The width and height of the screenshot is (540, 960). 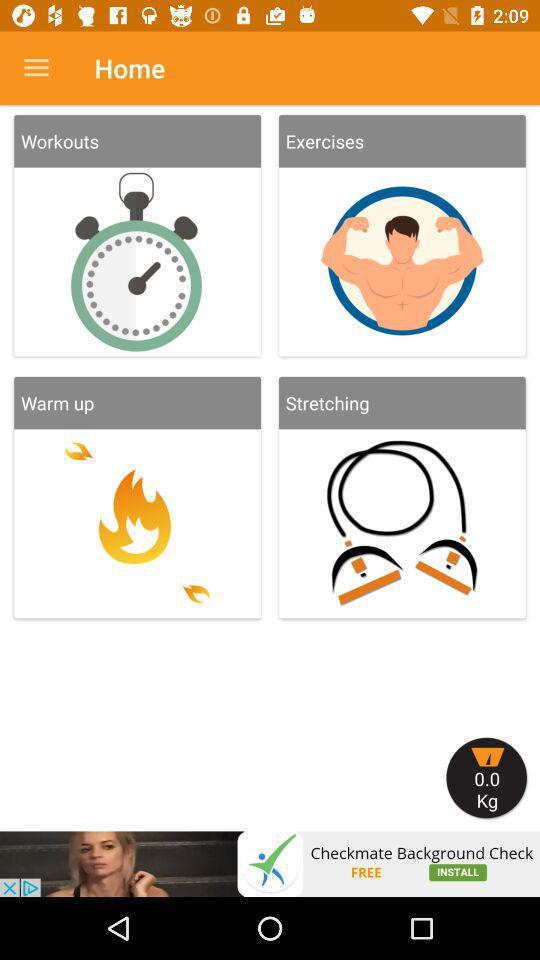 What do you see at coordinates (486, 777) in the screenshot?
I see `show cart` at bounding box center [486, 777].